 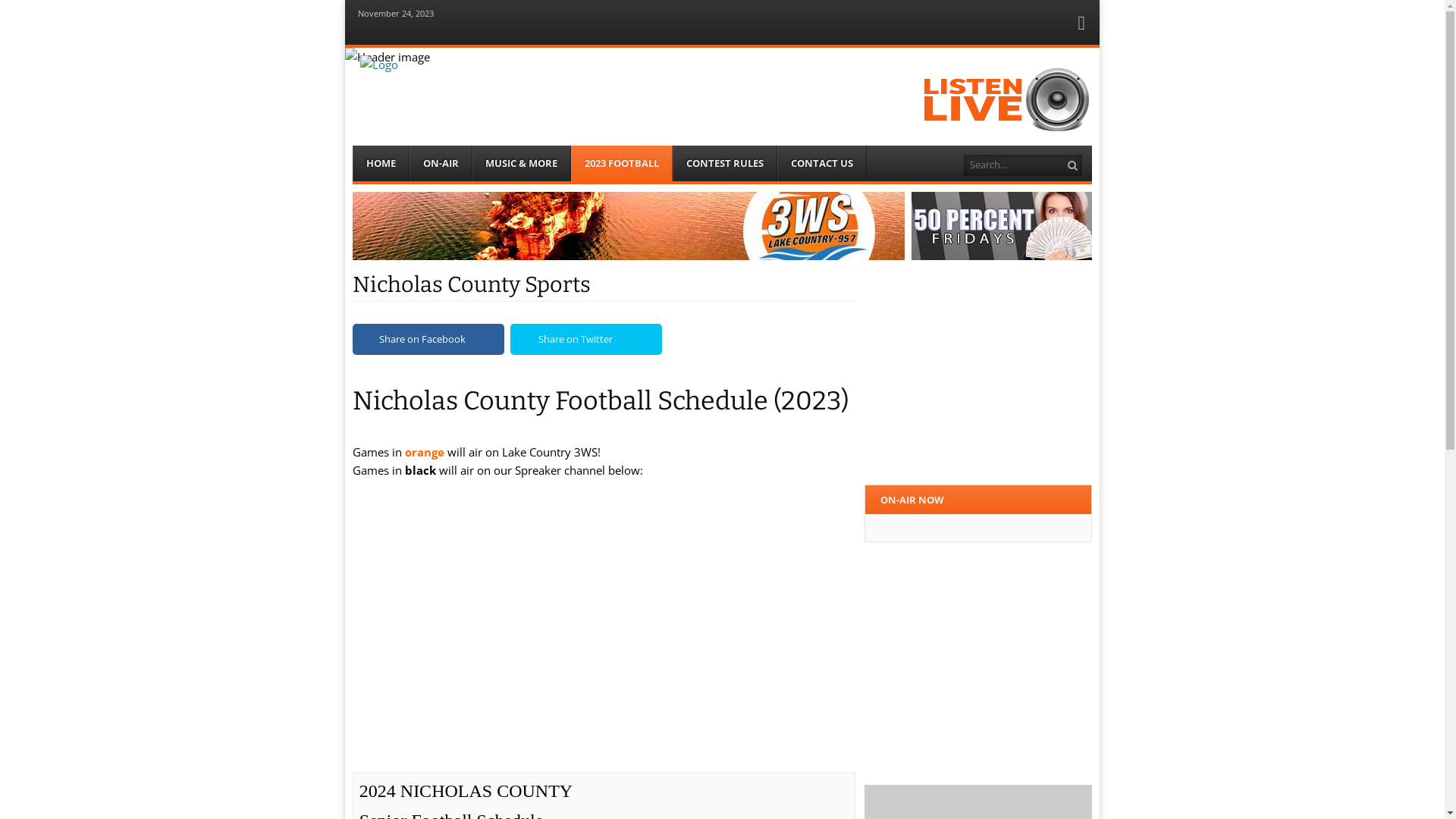 I want to click on 'CONTEST RULES', so click(x=672, y=163).